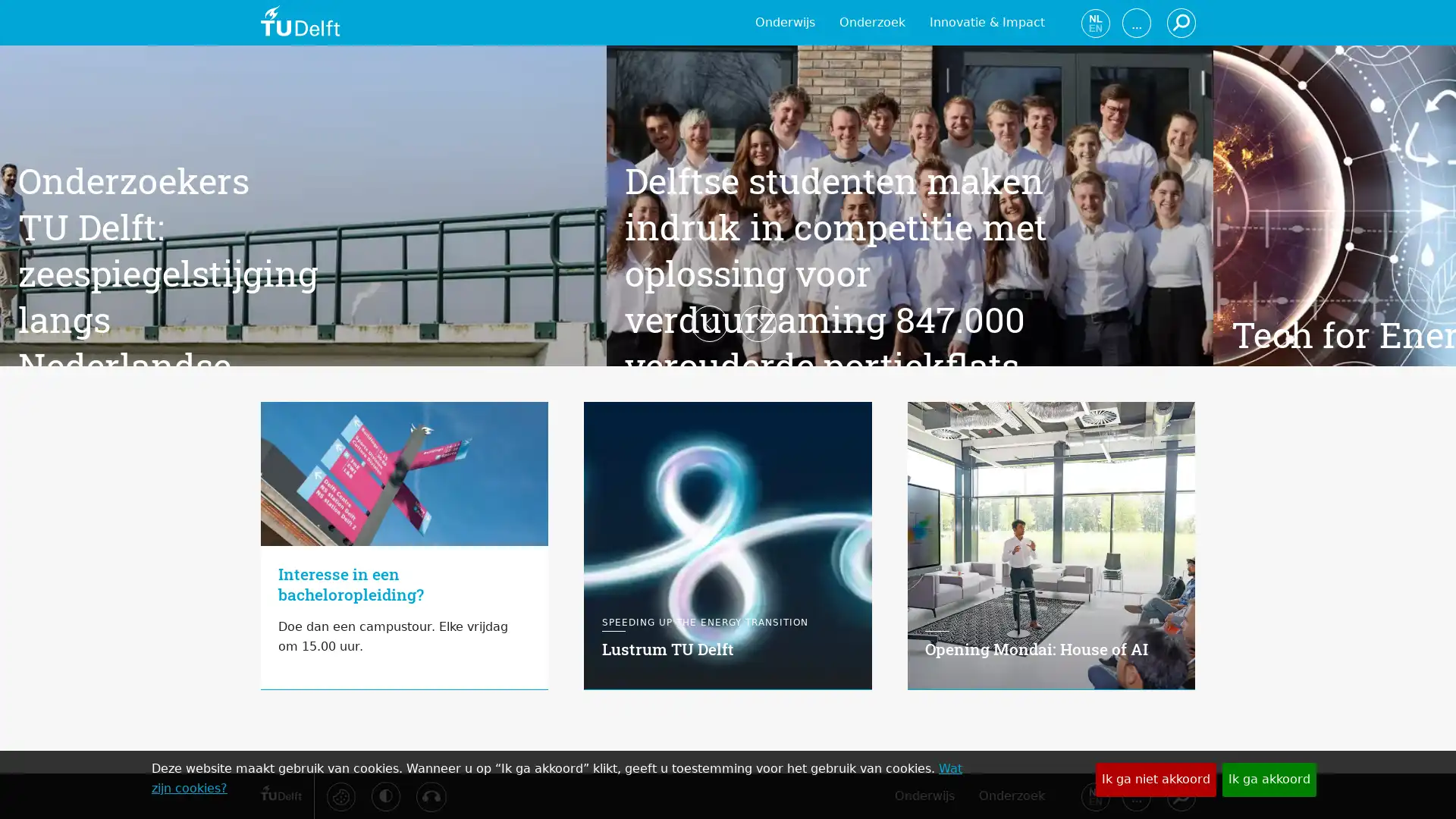 This screenshot has height=819, width=1456. What do you see at coordinates (1179, 795) in the screenshot?
I see `Zoeken` at bounding box center [1179, 795].